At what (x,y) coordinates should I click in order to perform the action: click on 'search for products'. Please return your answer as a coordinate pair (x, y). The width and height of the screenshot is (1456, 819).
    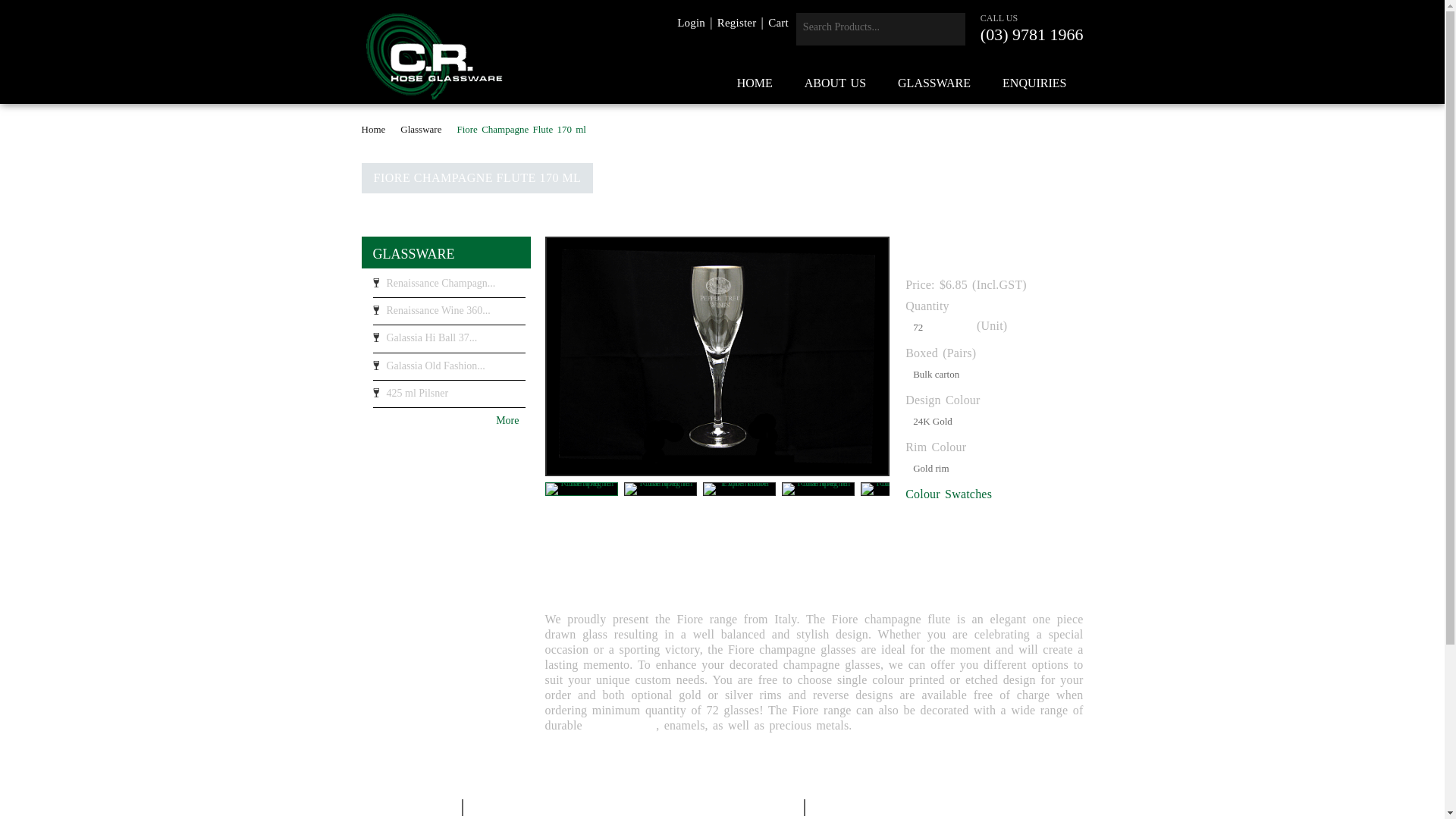
    Looking at the image, I should click on (865, 27).